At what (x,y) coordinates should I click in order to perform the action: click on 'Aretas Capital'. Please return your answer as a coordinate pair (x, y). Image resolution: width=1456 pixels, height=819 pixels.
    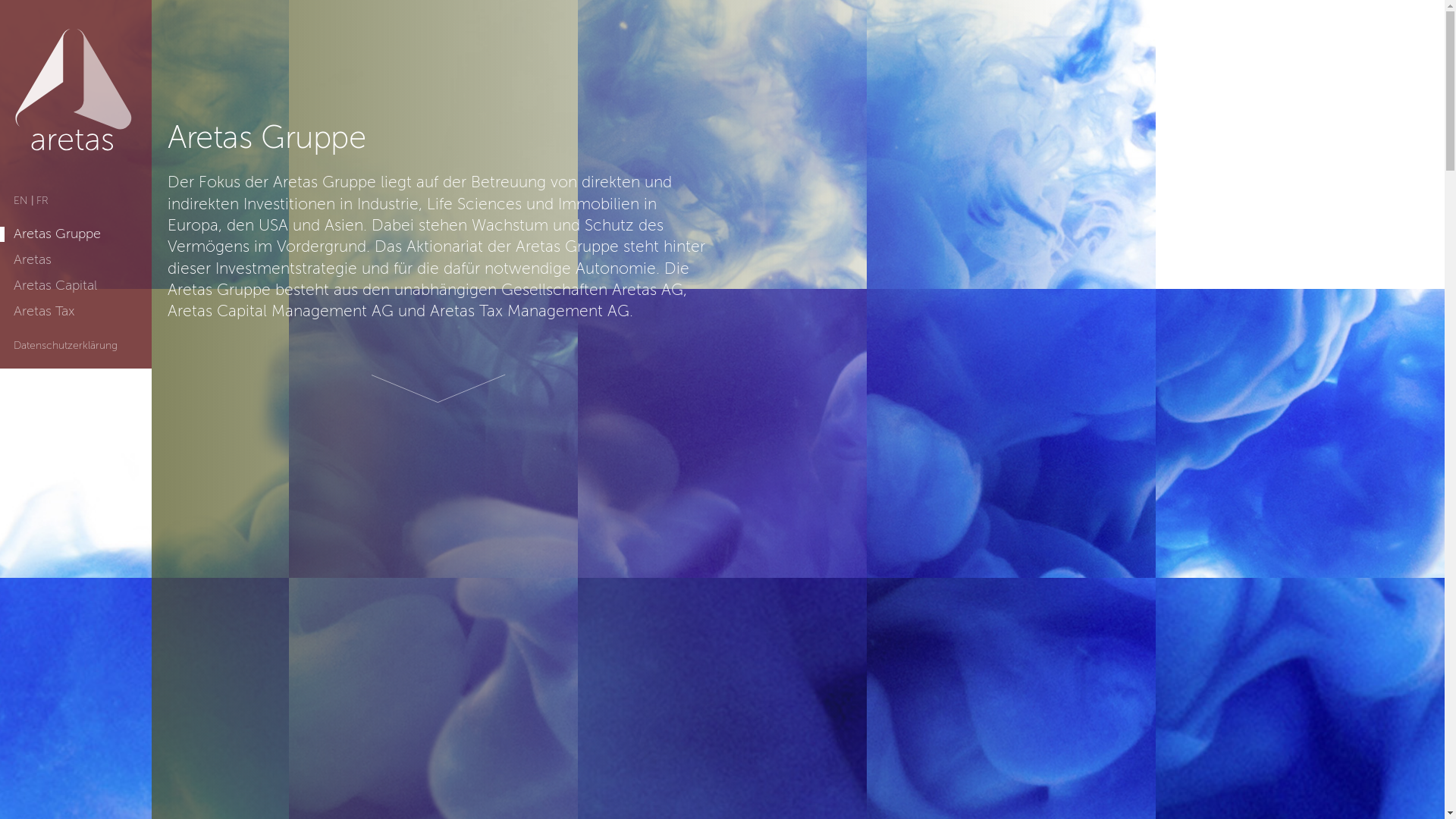
    Looking at the image, I should click on (55, 286).